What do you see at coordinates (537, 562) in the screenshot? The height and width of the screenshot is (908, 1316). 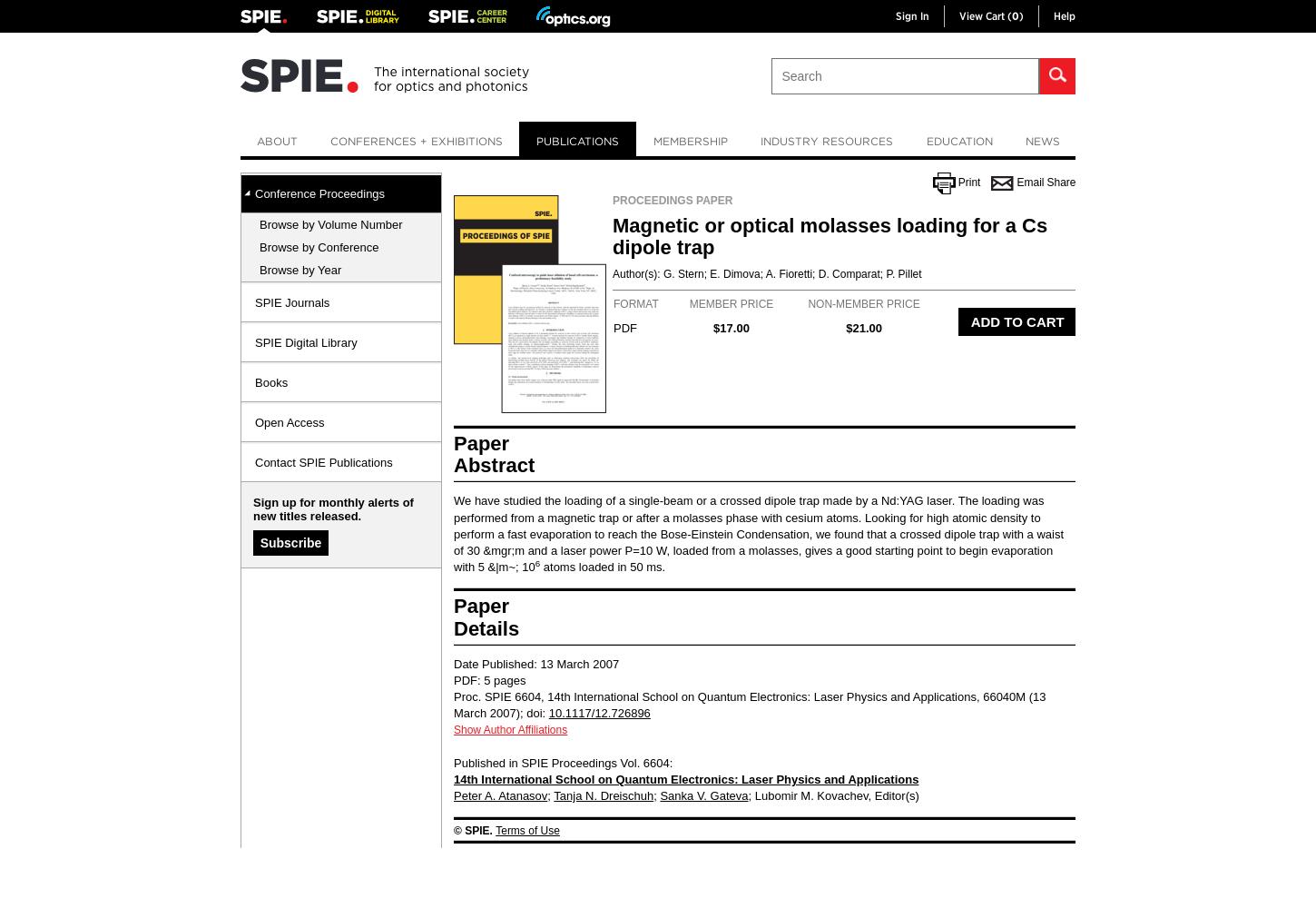 I see `'6'` at bounding box center [537, 562].